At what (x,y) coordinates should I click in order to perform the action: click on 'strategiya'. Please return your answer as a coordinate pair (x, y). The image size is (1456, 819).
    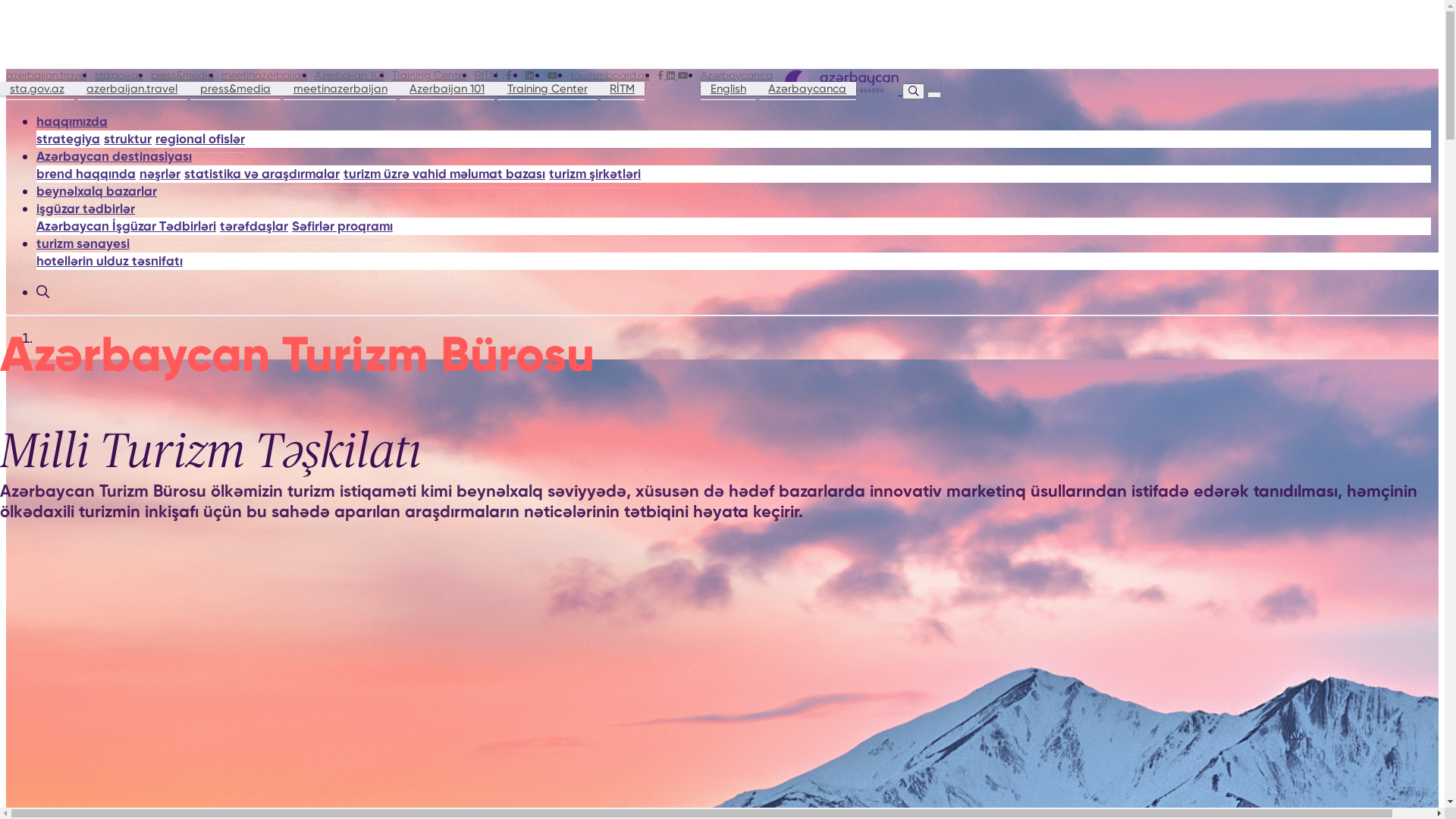
    Looking at the image, I should click on (67, 140).